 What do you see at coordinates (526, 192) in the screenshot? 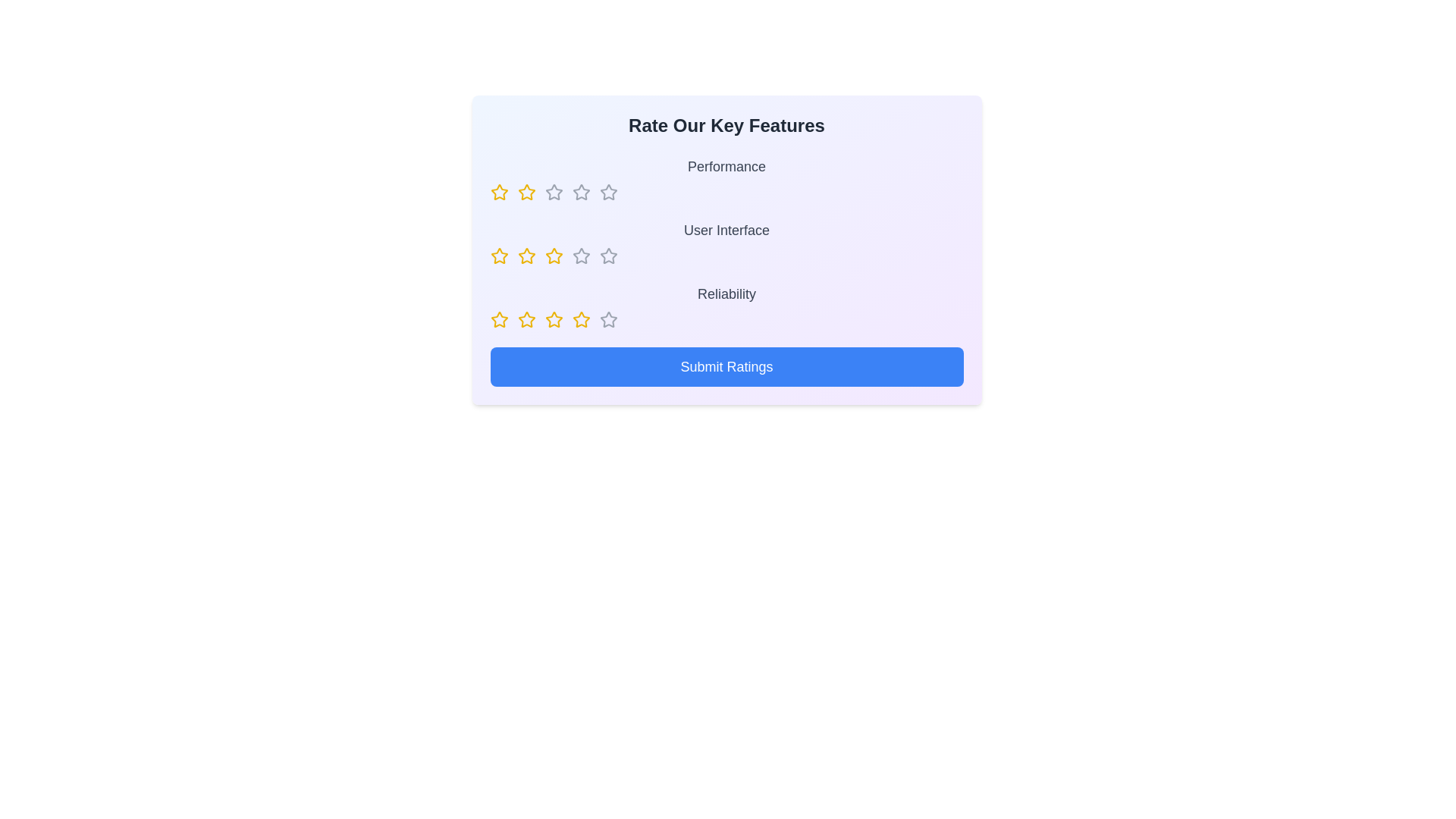
I see `the rating for a feature to 2 stars` at bounding box center [526, 192].